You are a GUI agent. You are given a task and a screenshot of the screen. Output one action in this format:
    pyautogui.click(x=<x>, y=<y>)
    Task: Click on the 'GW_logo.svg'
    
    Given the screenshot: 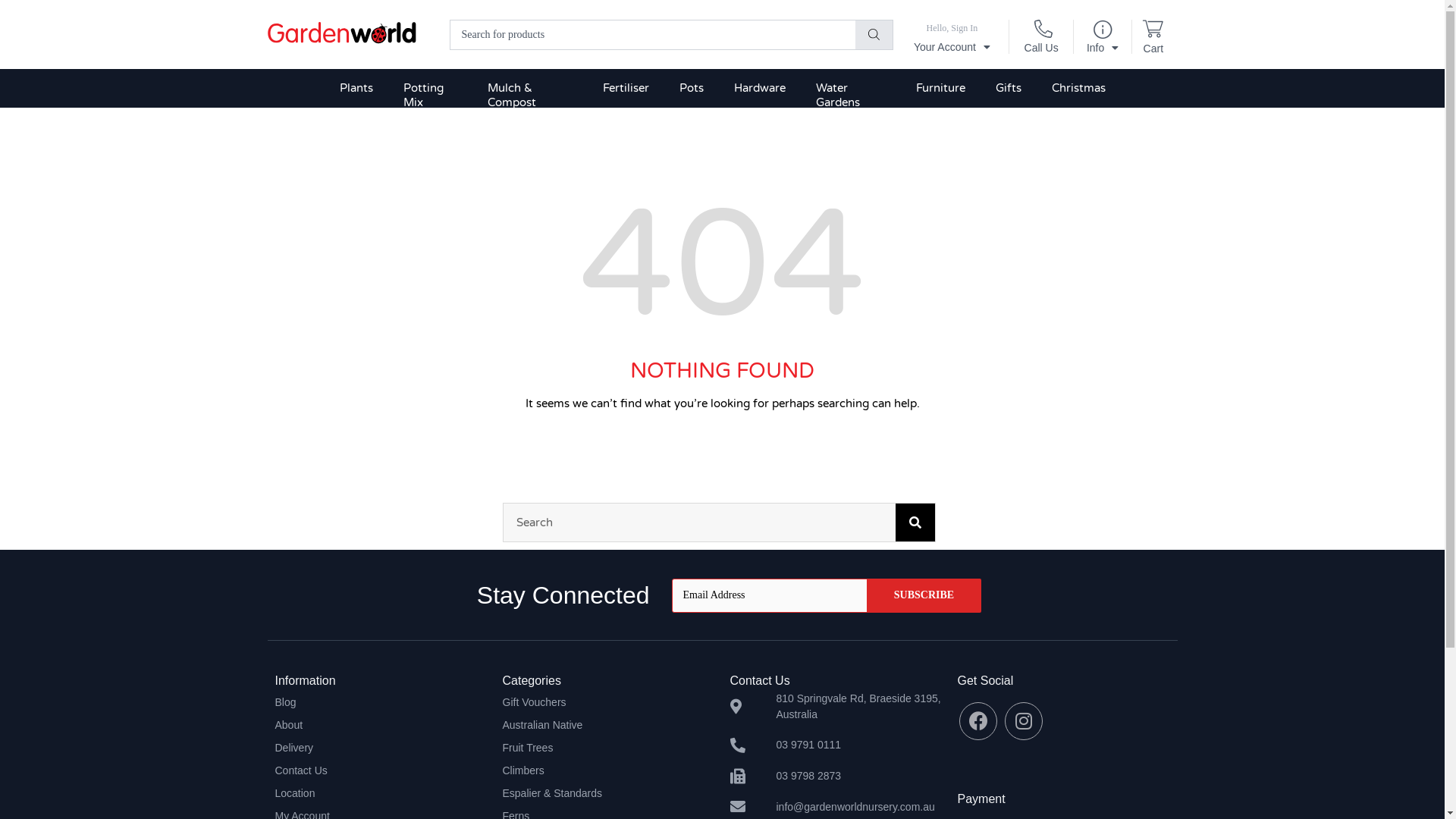 What is the action you would take?
    pyautogui.click(x=340, y=33)
    